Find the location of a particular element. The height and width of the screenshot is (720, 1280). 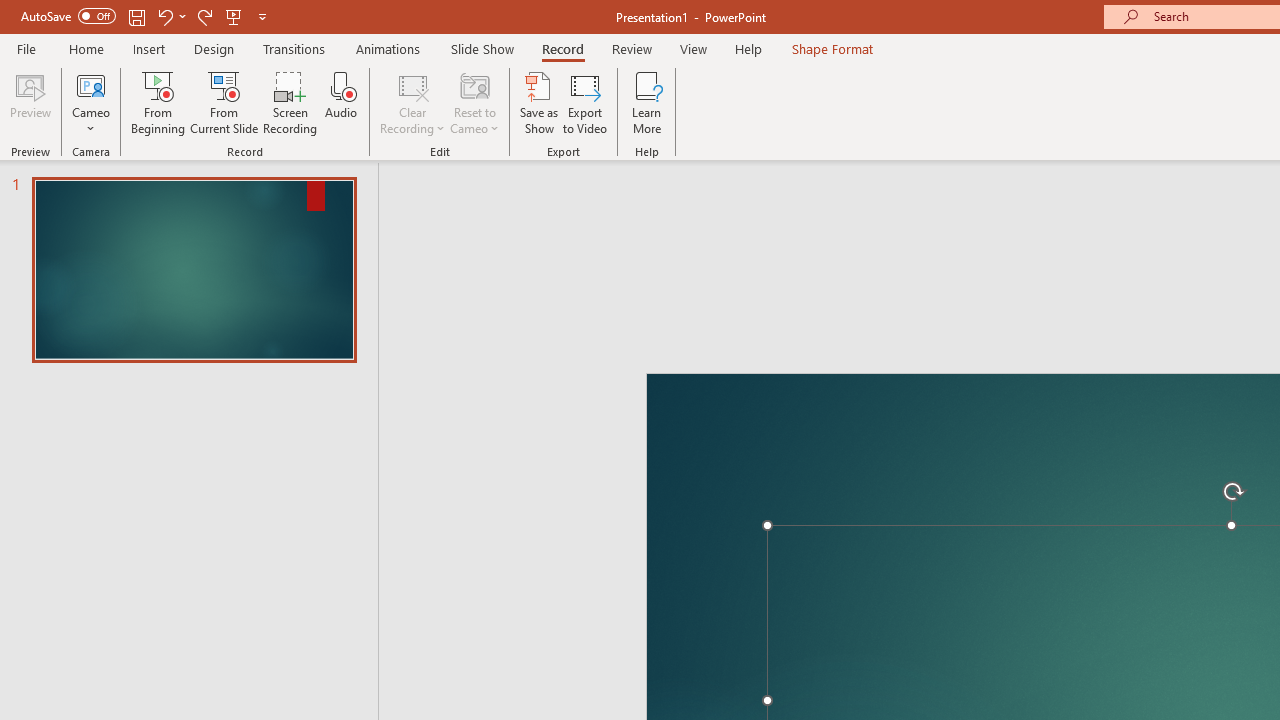

'Learn More' is located at coordinates (647, 103).